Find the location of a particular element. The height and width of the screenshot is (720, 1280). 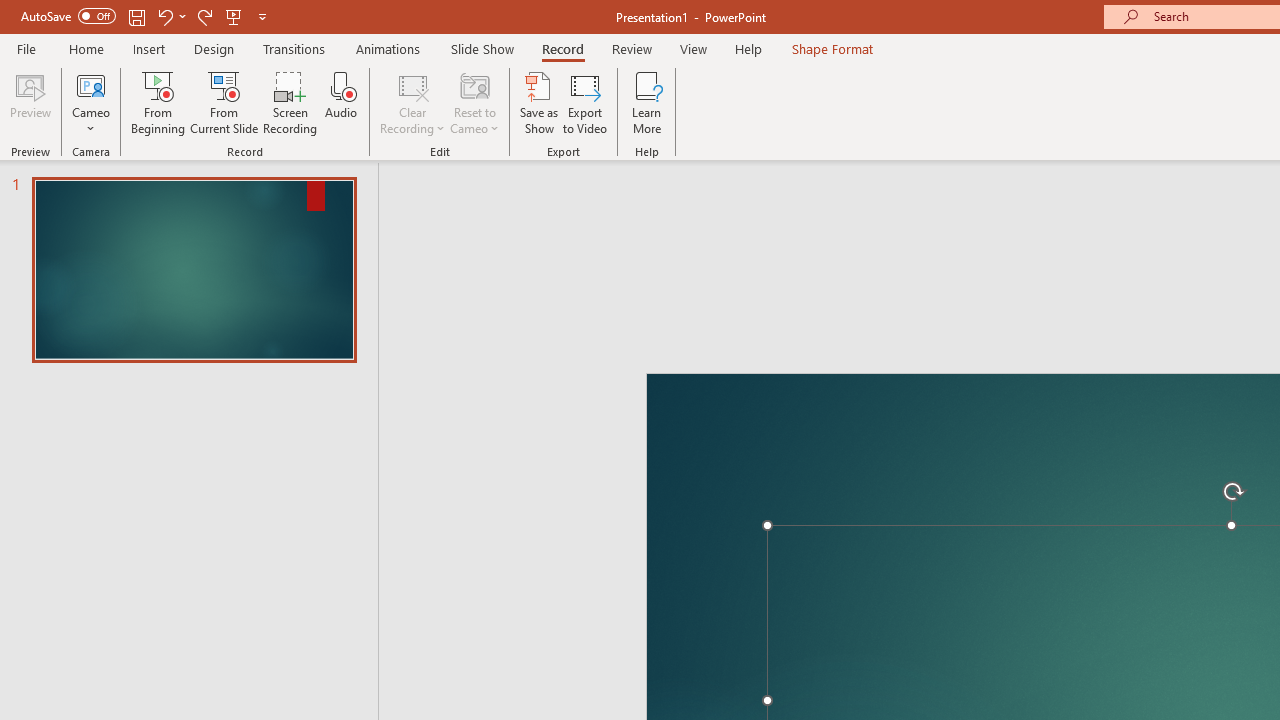

'Learn More' is located at coordinates (647, 103).